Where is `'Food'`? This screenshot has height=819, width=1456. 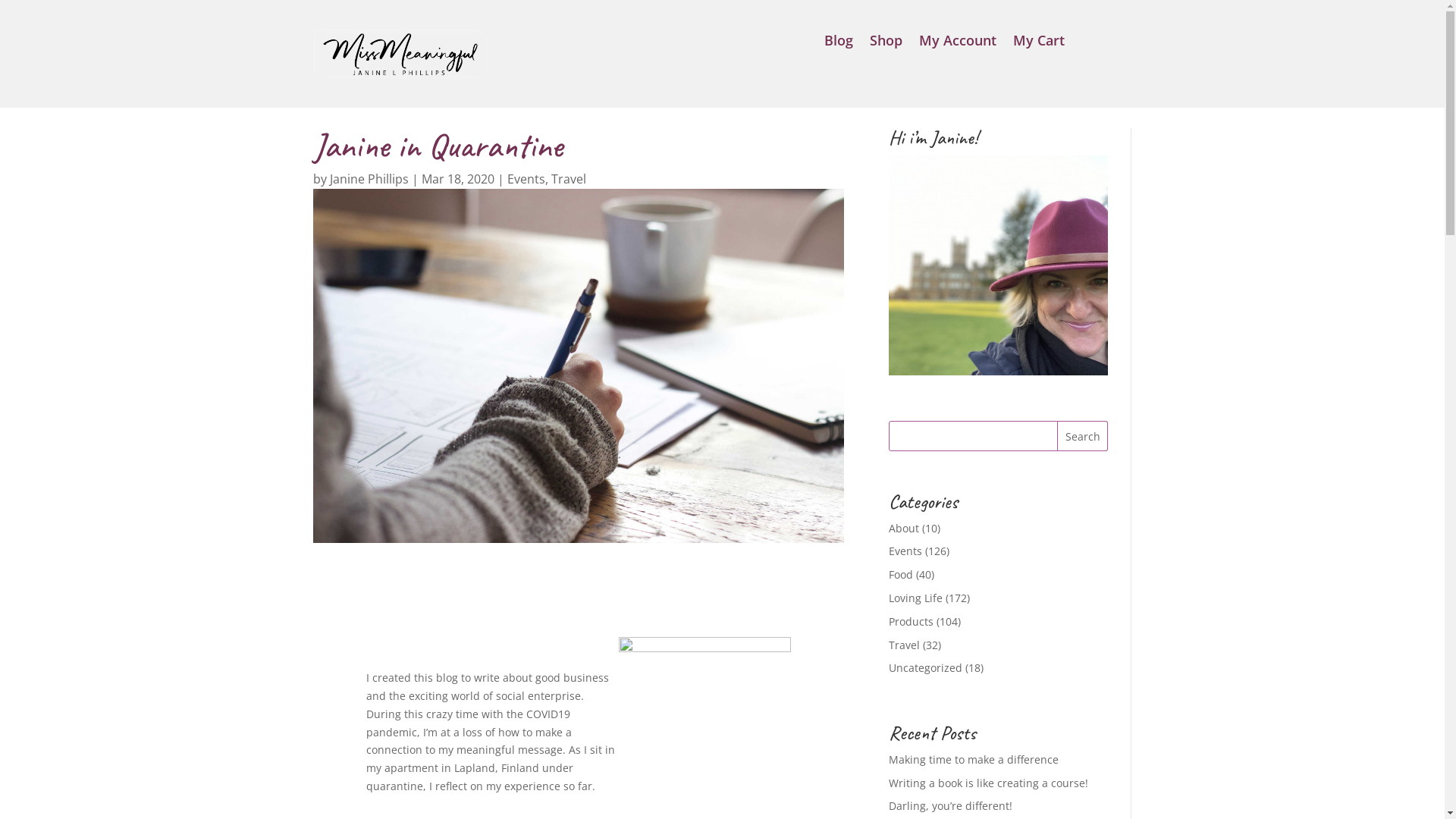
'Food' is located at coordinates (901, 574).